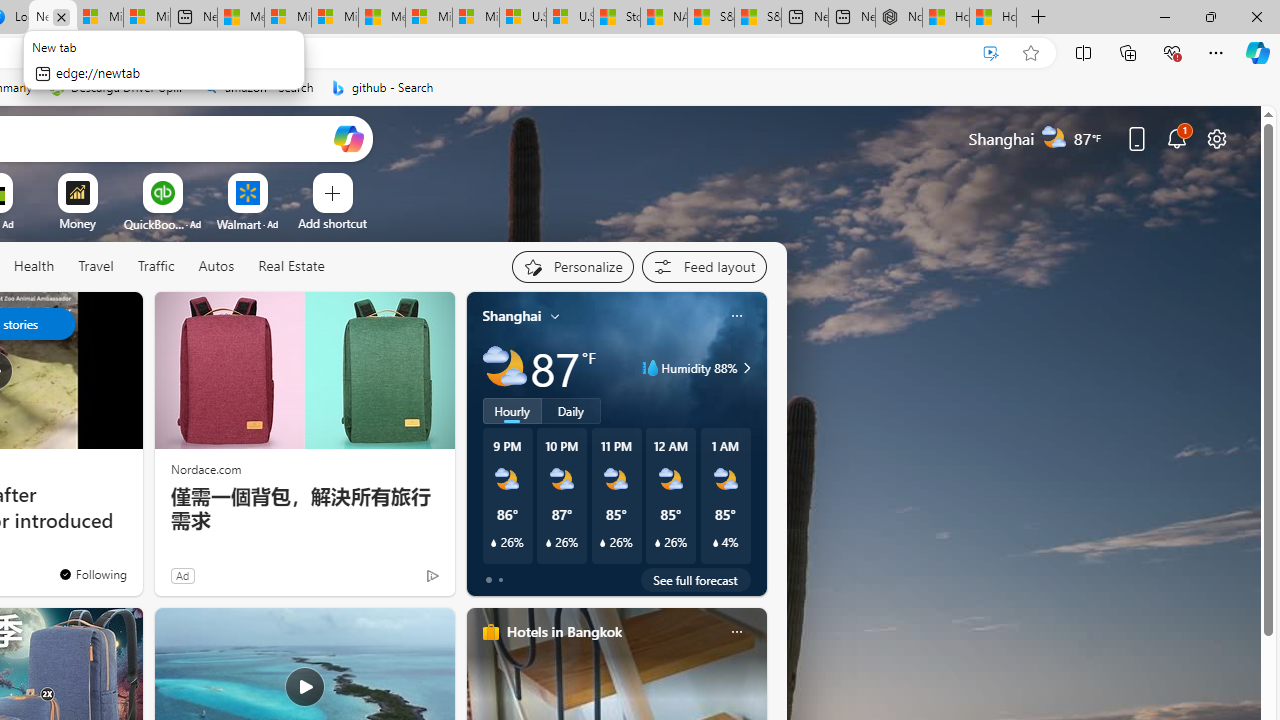 This screenshot has width=1280, height=720. What do you see at coordinates (287, 17) in the screenshot?
I see `'Microsoft account | Privacy'` at bounding box center [287, 17].